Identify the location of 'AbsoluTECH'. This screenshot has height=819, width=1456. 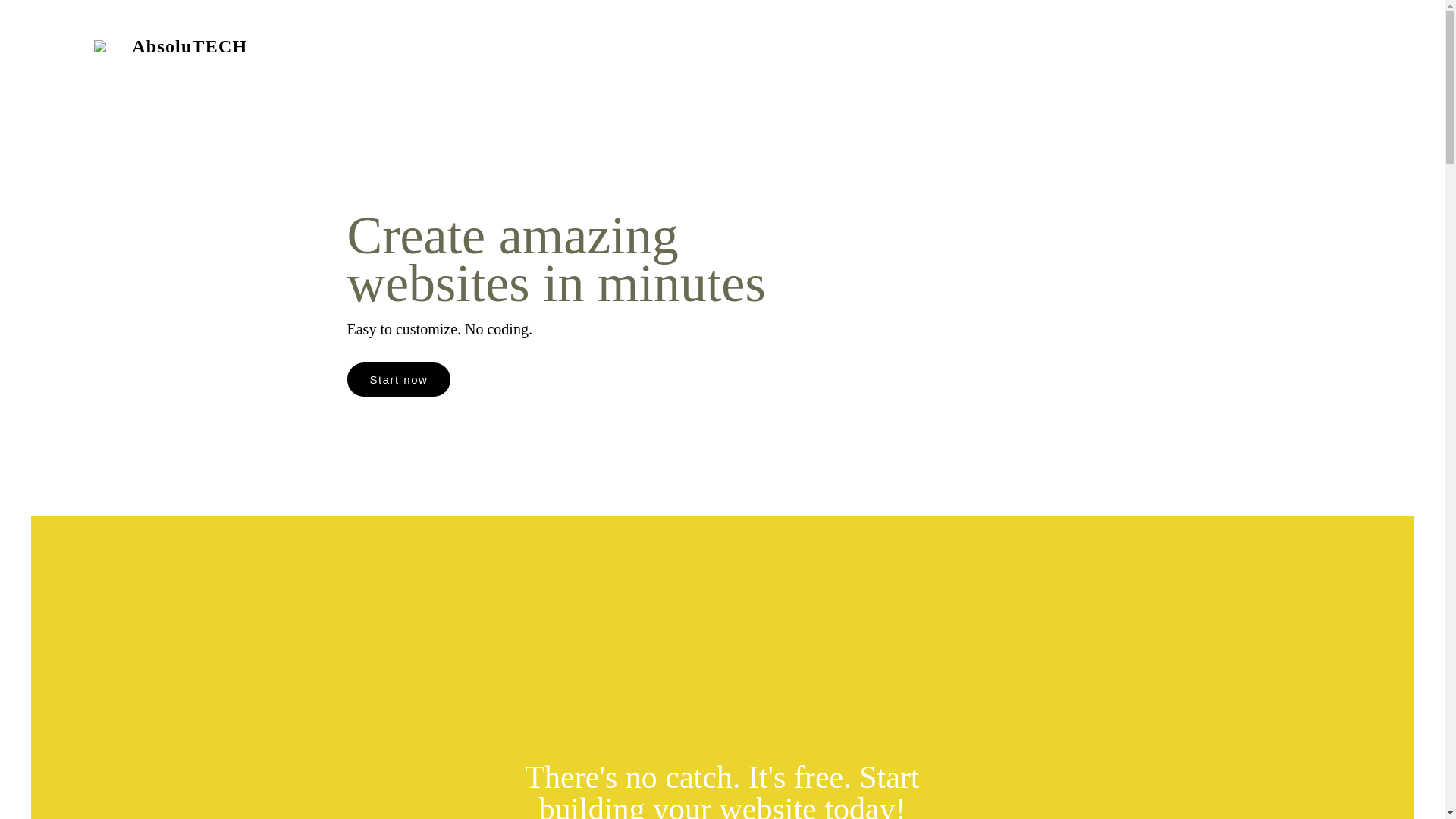
(184, 49).